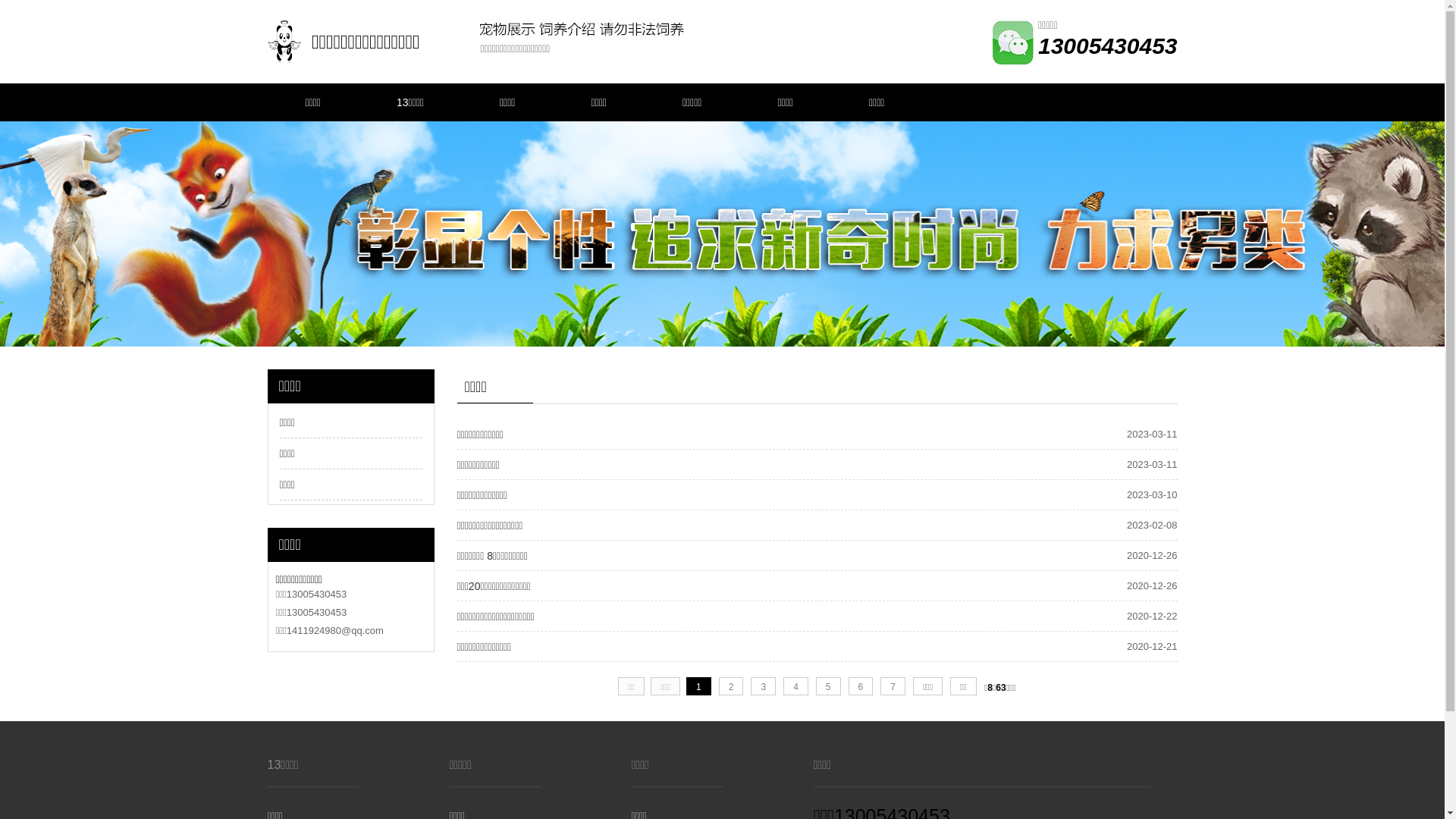  I want to click on '4', so click(783, 686).